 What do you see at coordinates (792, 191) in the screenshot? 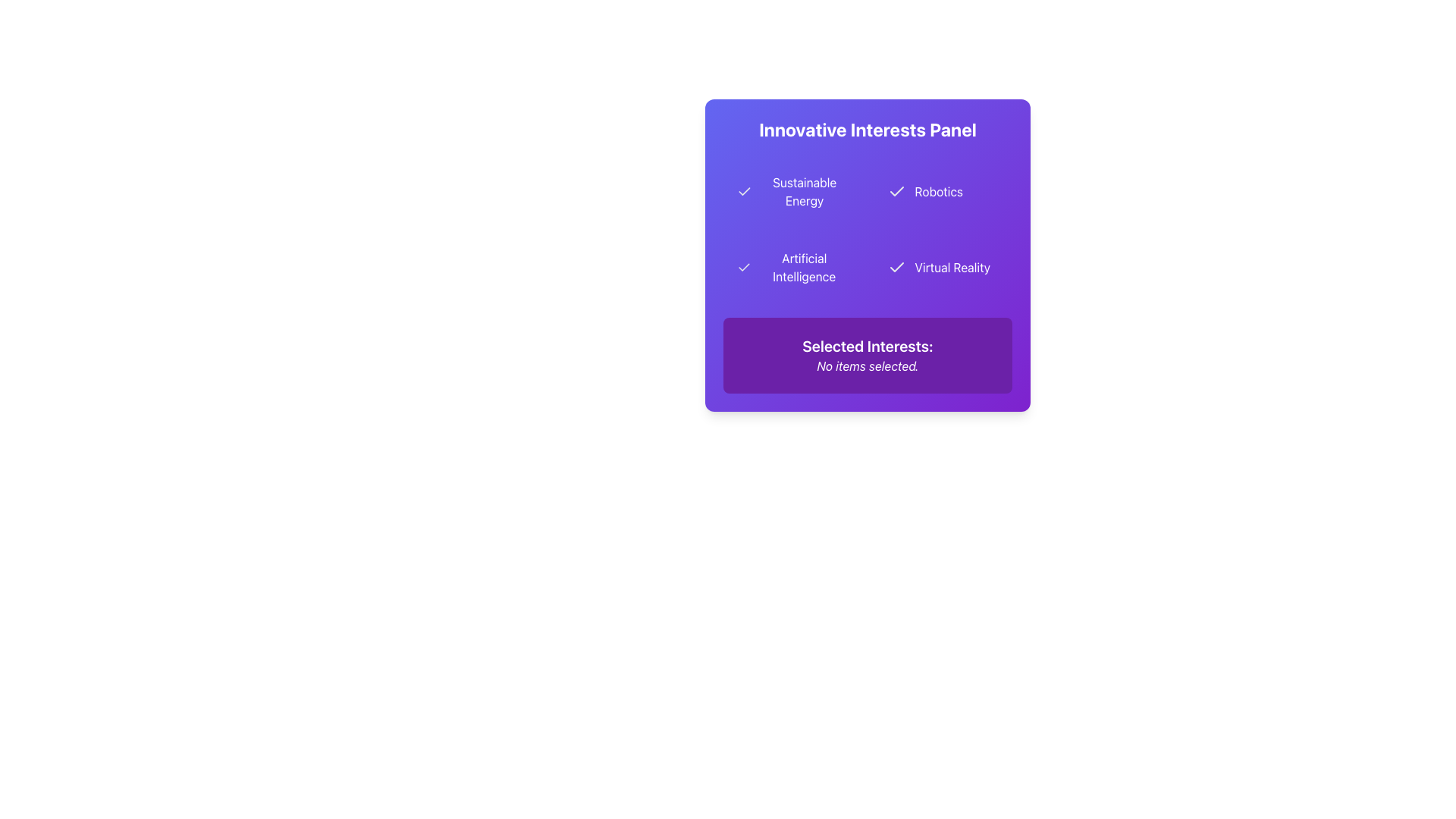
I see `the clickable selection box labeled 'Sustainable Energy'` at bounding box center [792, 191].